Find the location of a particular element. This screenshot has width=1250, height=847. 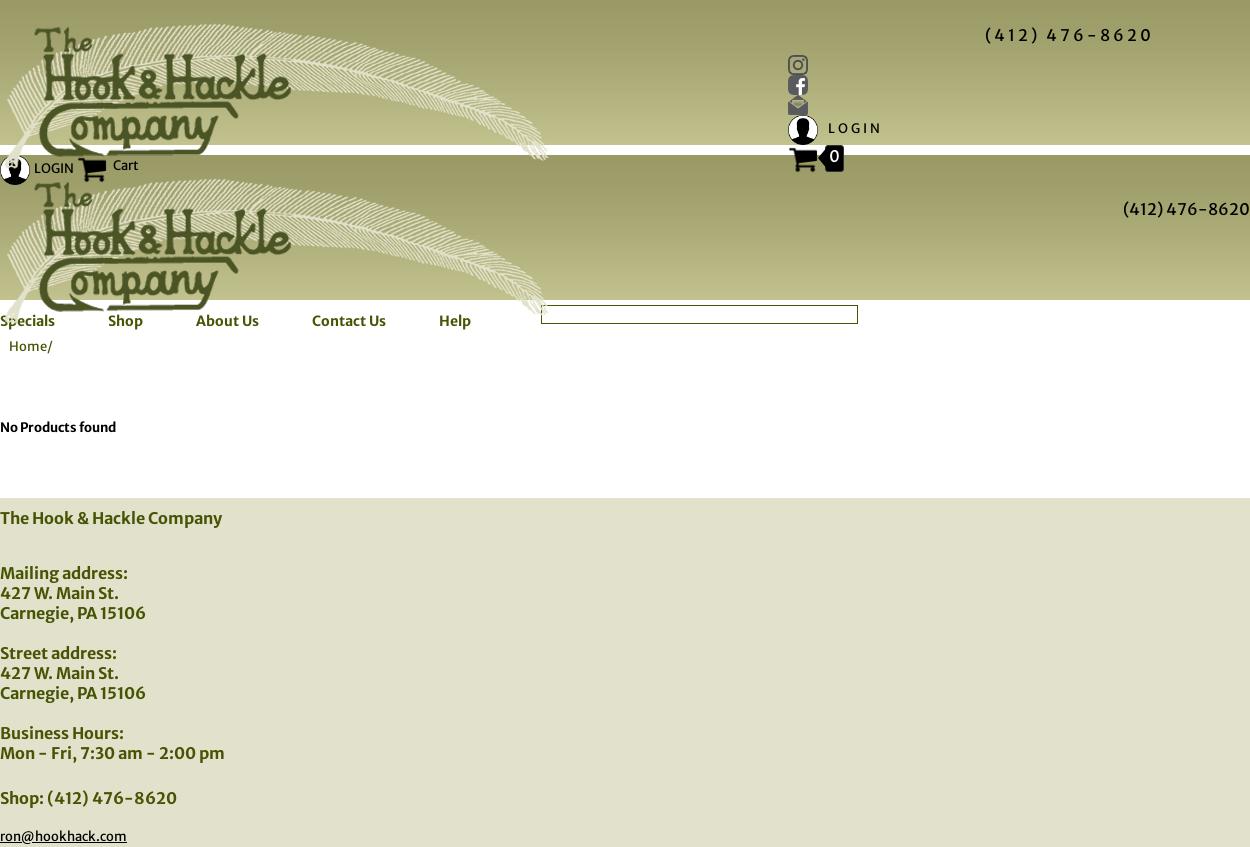

'Home' is located at coordinates (28, 346).